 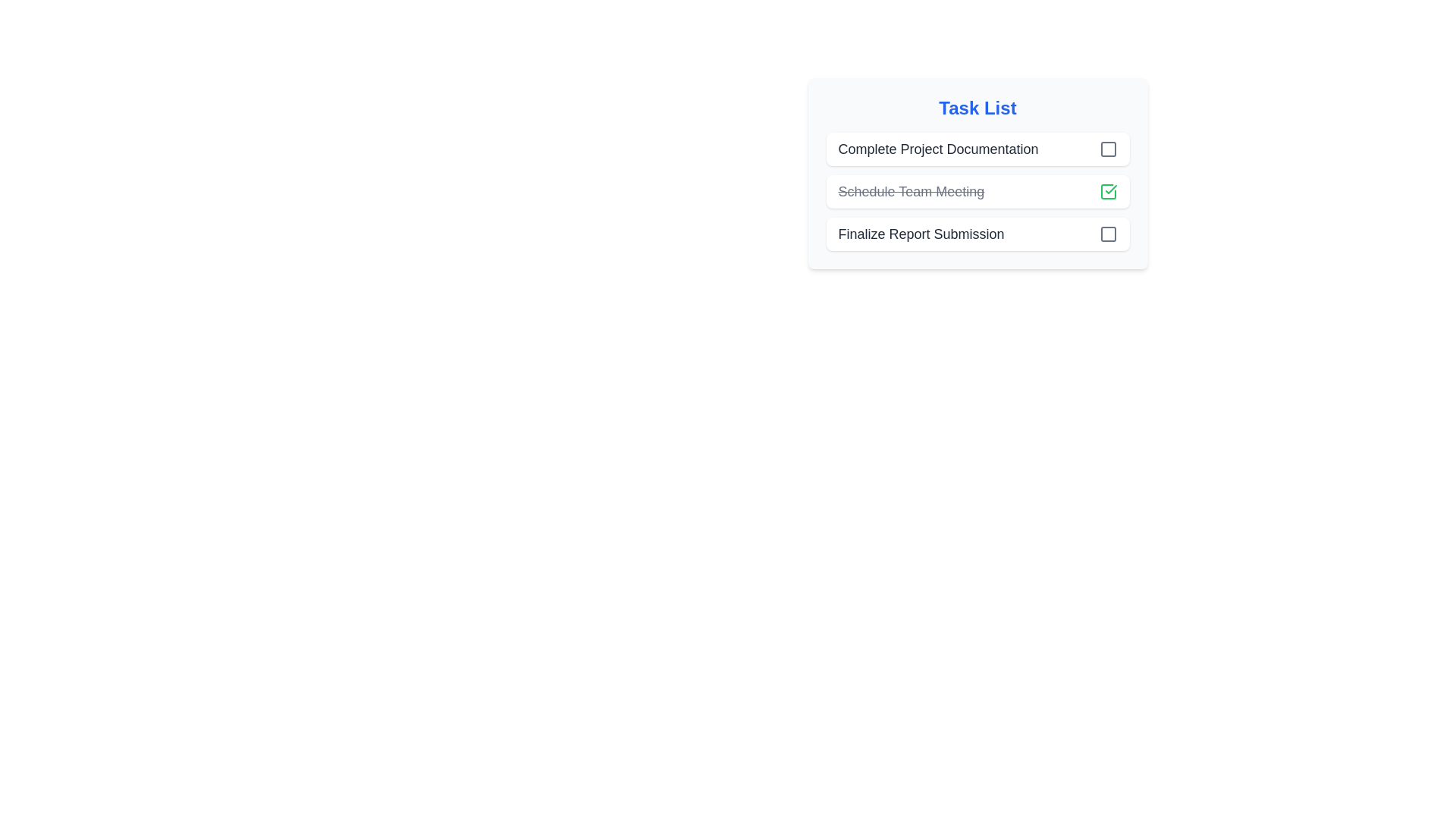 What do you see at coordinates (1108, 149) in the screenshot?
I see `the checkbox-like interactive icon for the 'Complete Project Documentation' task` at bounding box center [1108, 149].